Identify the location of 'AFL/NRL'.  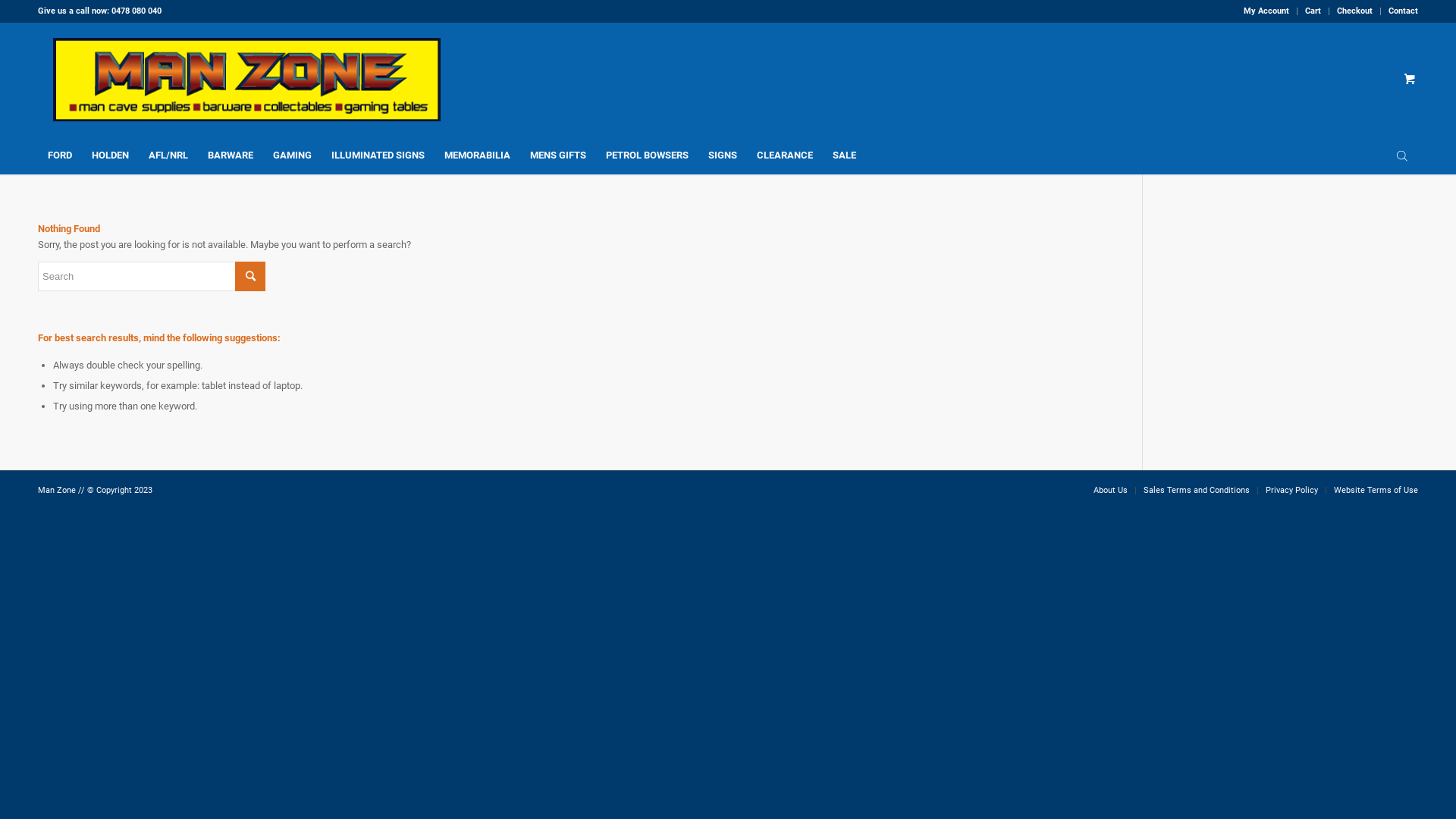
(138, 155).